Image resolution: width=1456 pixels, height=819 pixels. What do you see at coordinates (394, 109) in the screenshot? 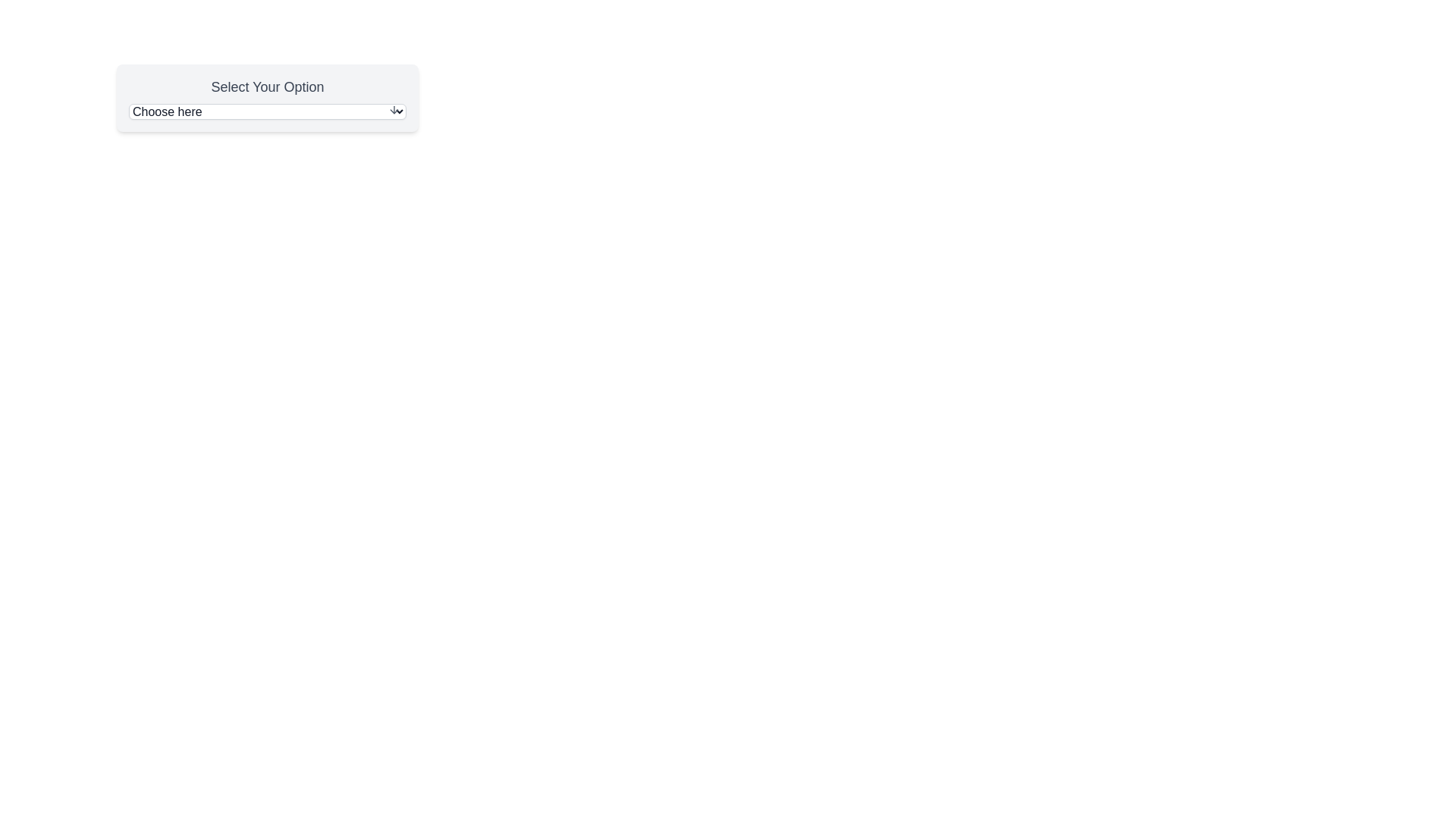
I see `the downward-pointing arrow icon located at the far-right side of the 'Choose here' input field` at bounding box center [394, 109].